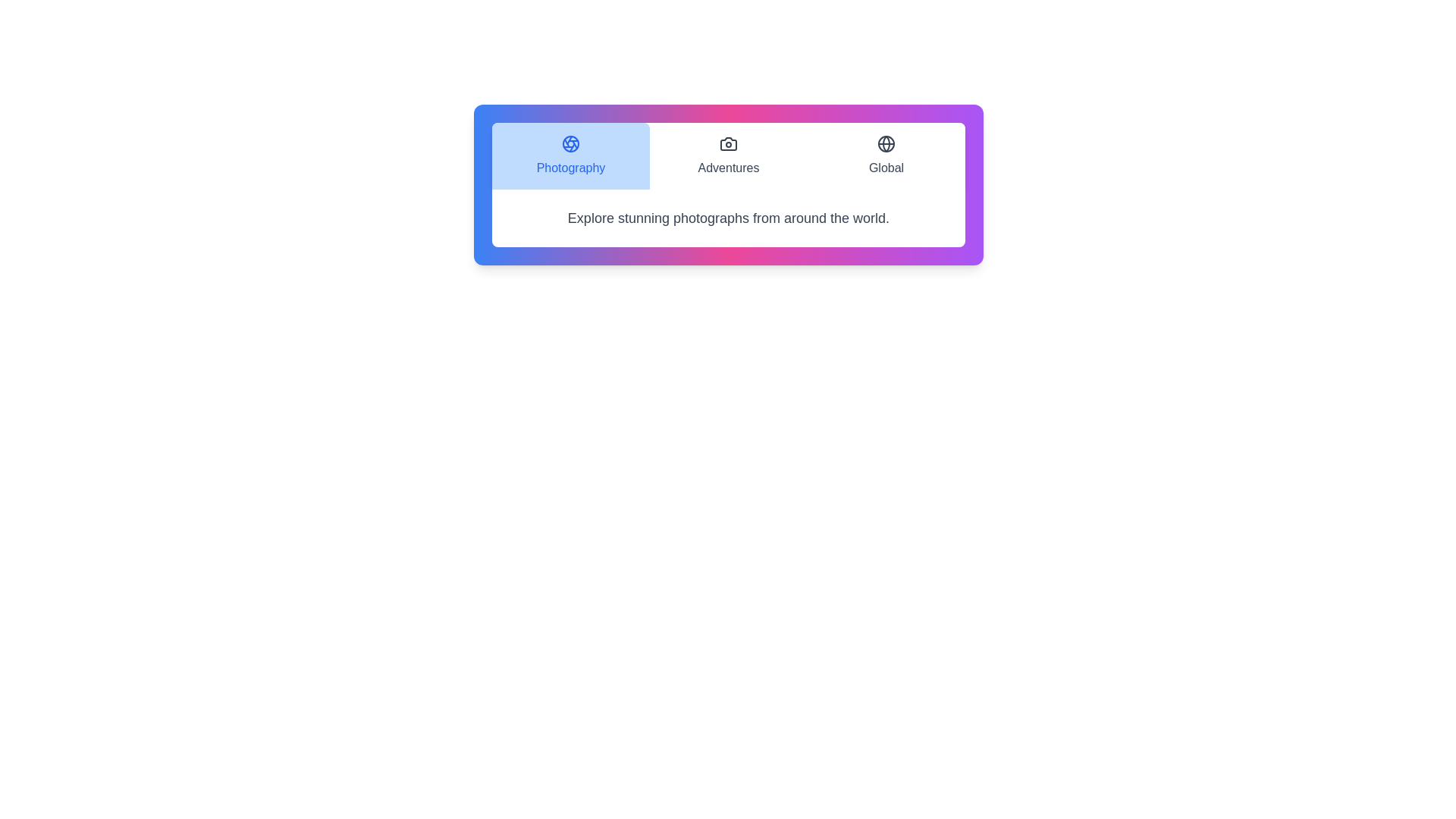 The height and width of the screenshot is (819, 1456). What do you see at coordinates (728, 143) in the screenshot?
I see `the 'Adventures' icon in the upper horizontal menu` at bounding box center [728, 143].